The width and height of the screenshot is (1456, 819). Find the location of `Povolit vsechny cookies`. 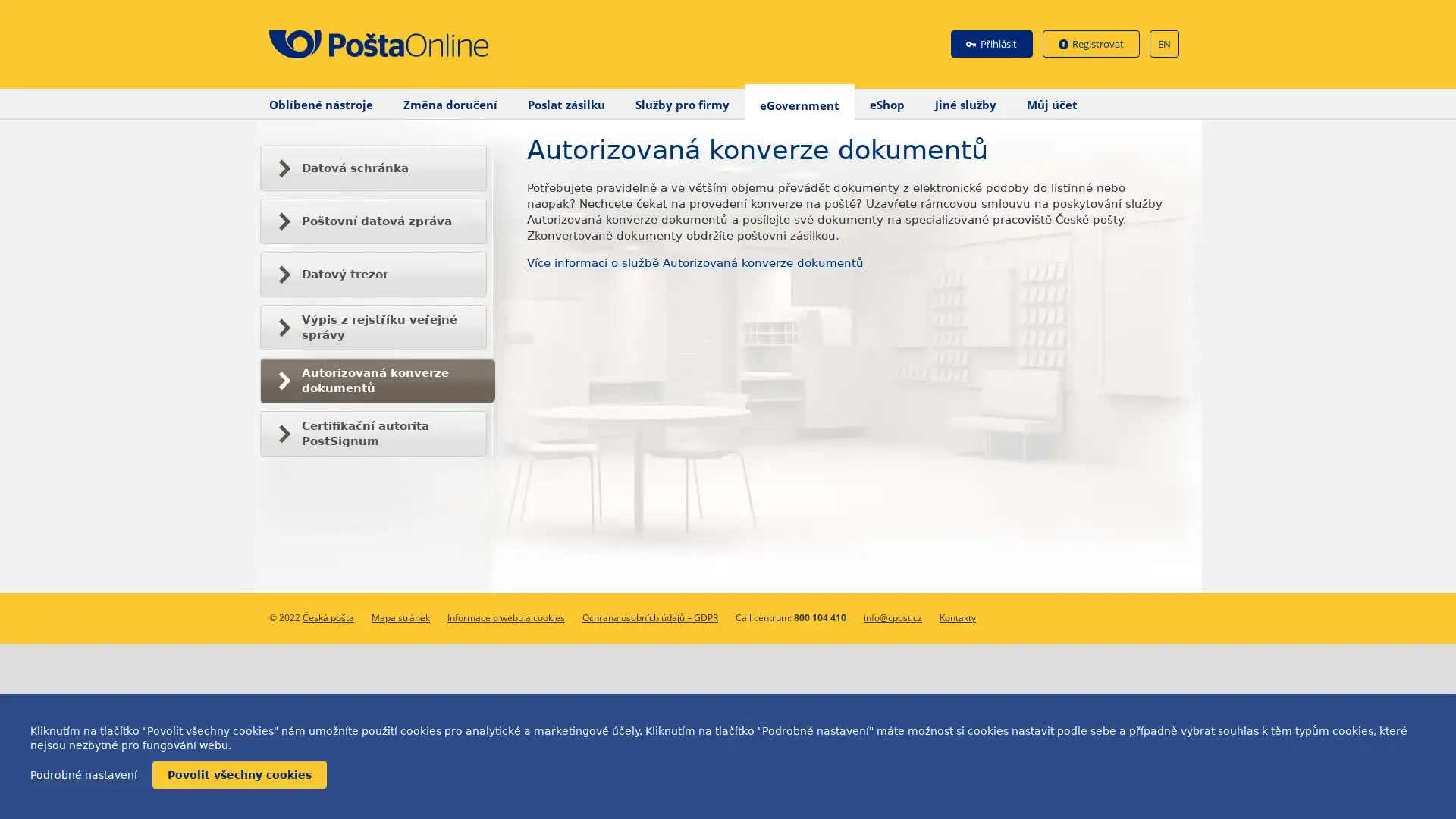

Povolit vsechny cookies is located at coordinates (239, 775).